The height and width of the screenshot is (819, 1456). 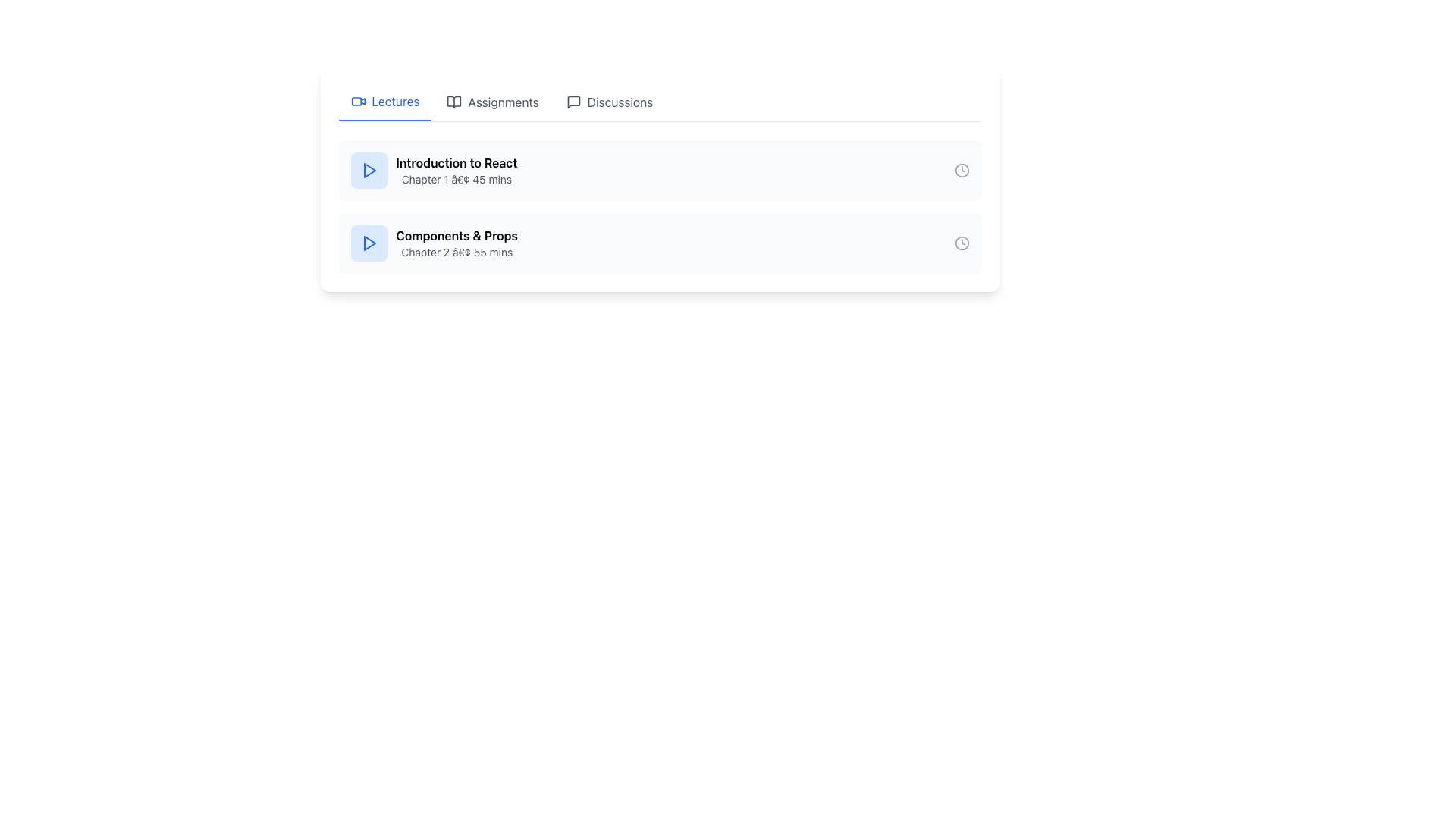 What do you see at coordinates (504, 102) in the screenshot?
I see `the 'Assignments' text link in the horizontal navigation menu` at bounding box center [504, 102].